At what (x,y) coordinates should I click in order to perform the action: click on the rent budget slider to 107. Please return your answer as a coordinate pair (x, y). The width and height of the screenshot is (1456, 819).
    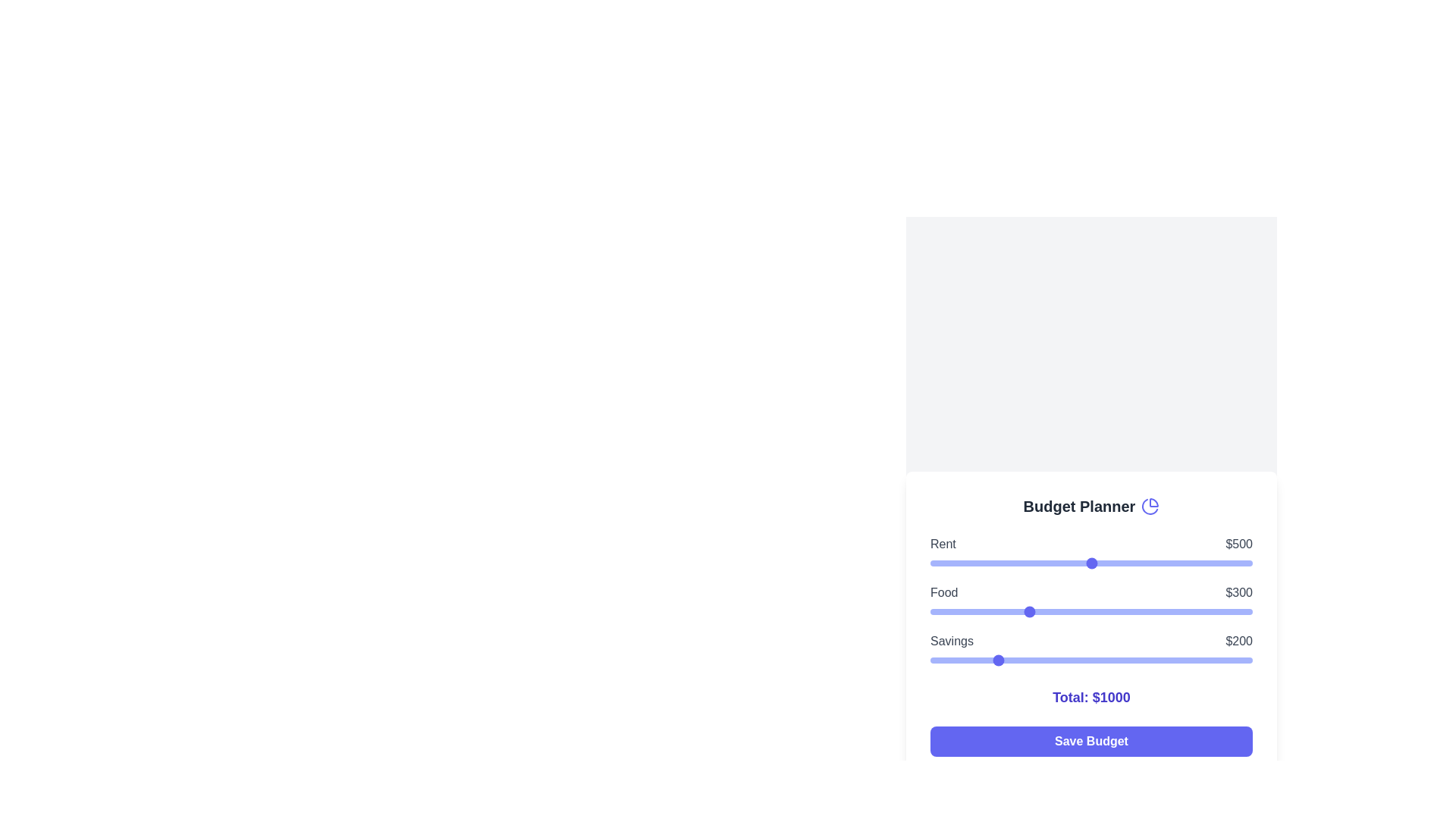
    Looking at the image, I should click on (964, 563).